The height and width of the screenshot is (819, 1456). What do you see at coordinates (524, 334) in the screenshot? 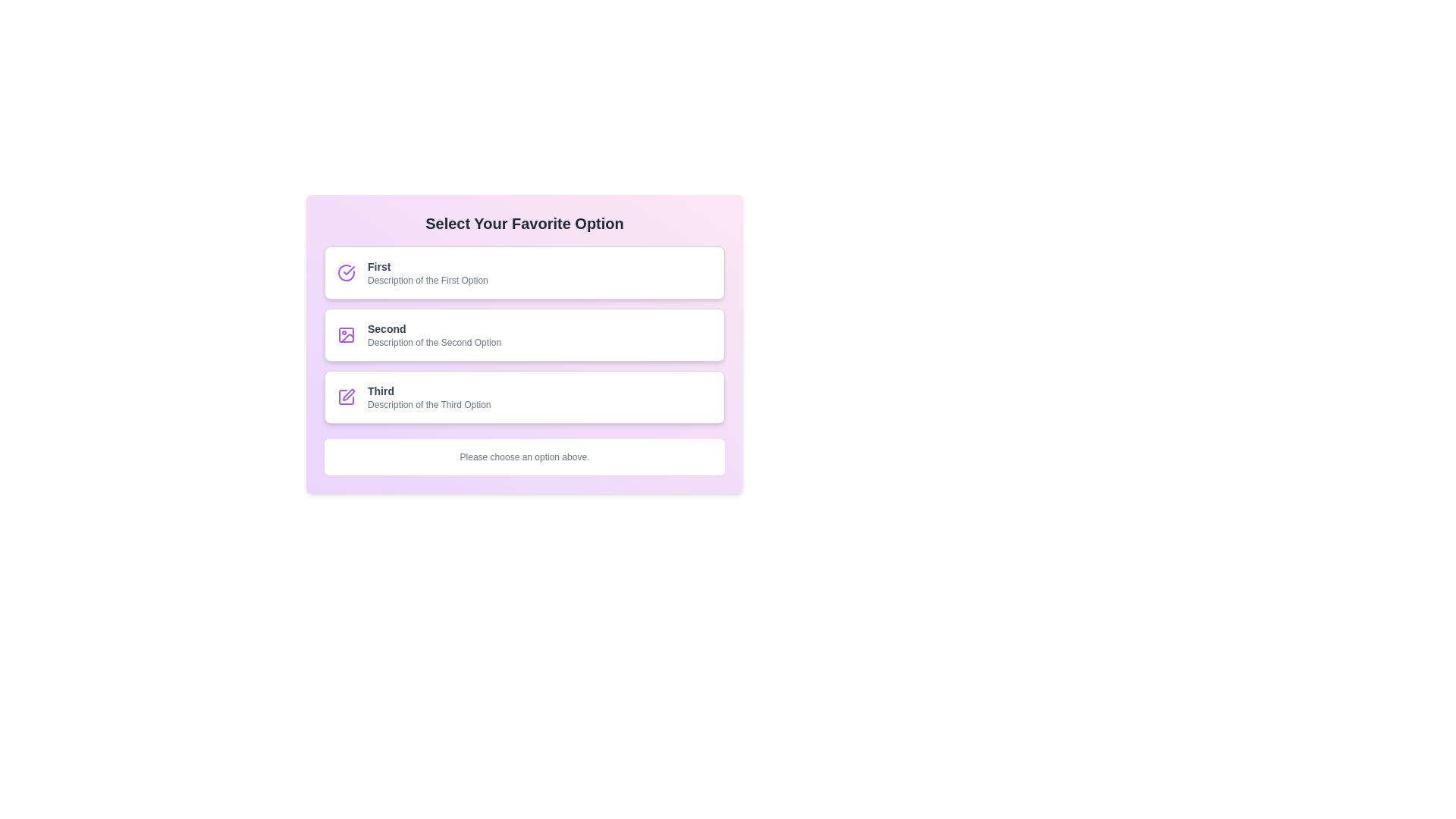
I see `the second selectable card in a vertical list of options` at bounding box center [524, 334].